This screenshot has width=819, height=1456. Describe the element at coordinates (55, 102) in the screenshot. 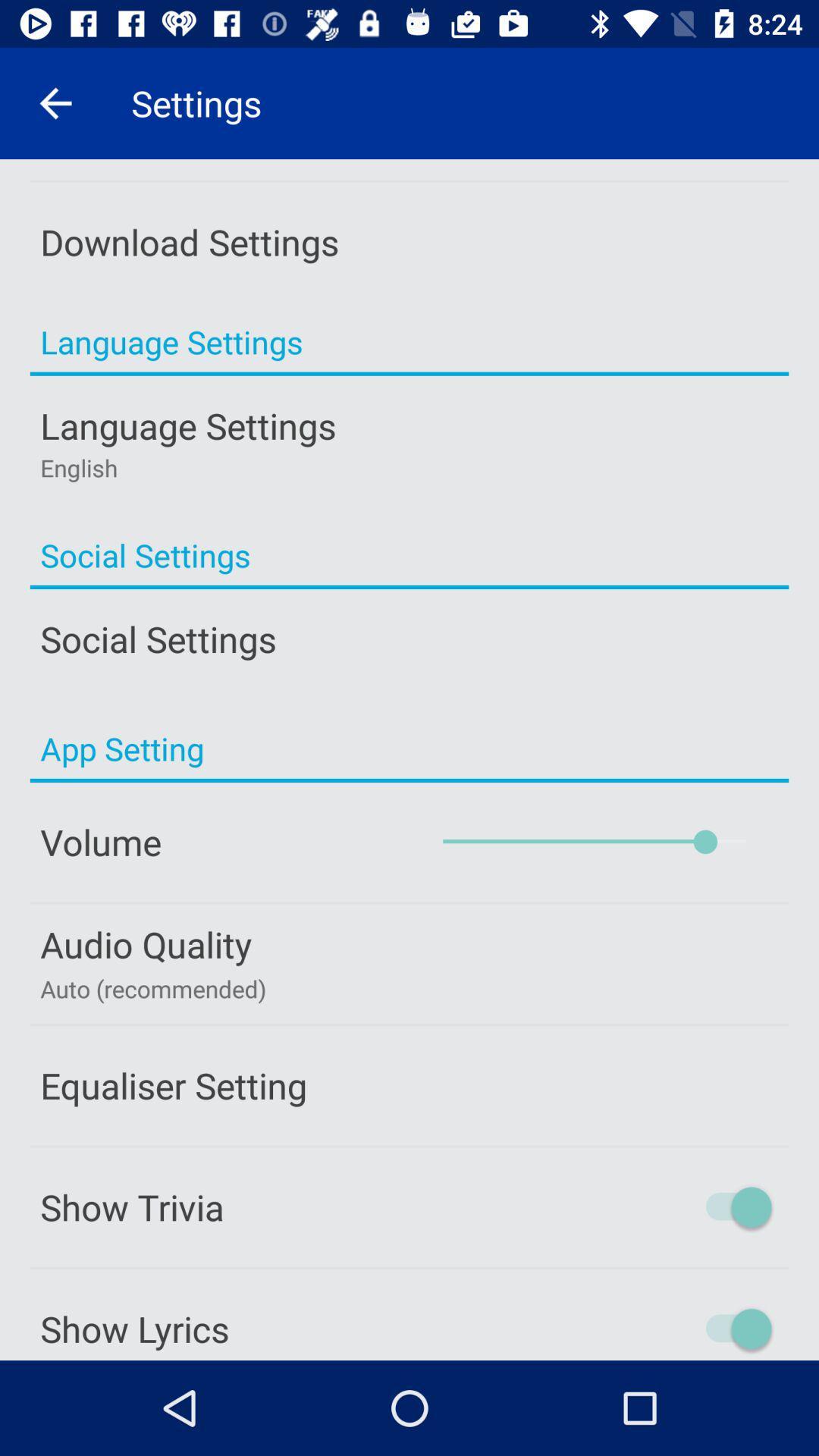

I see `icon next to settings item` at that location.